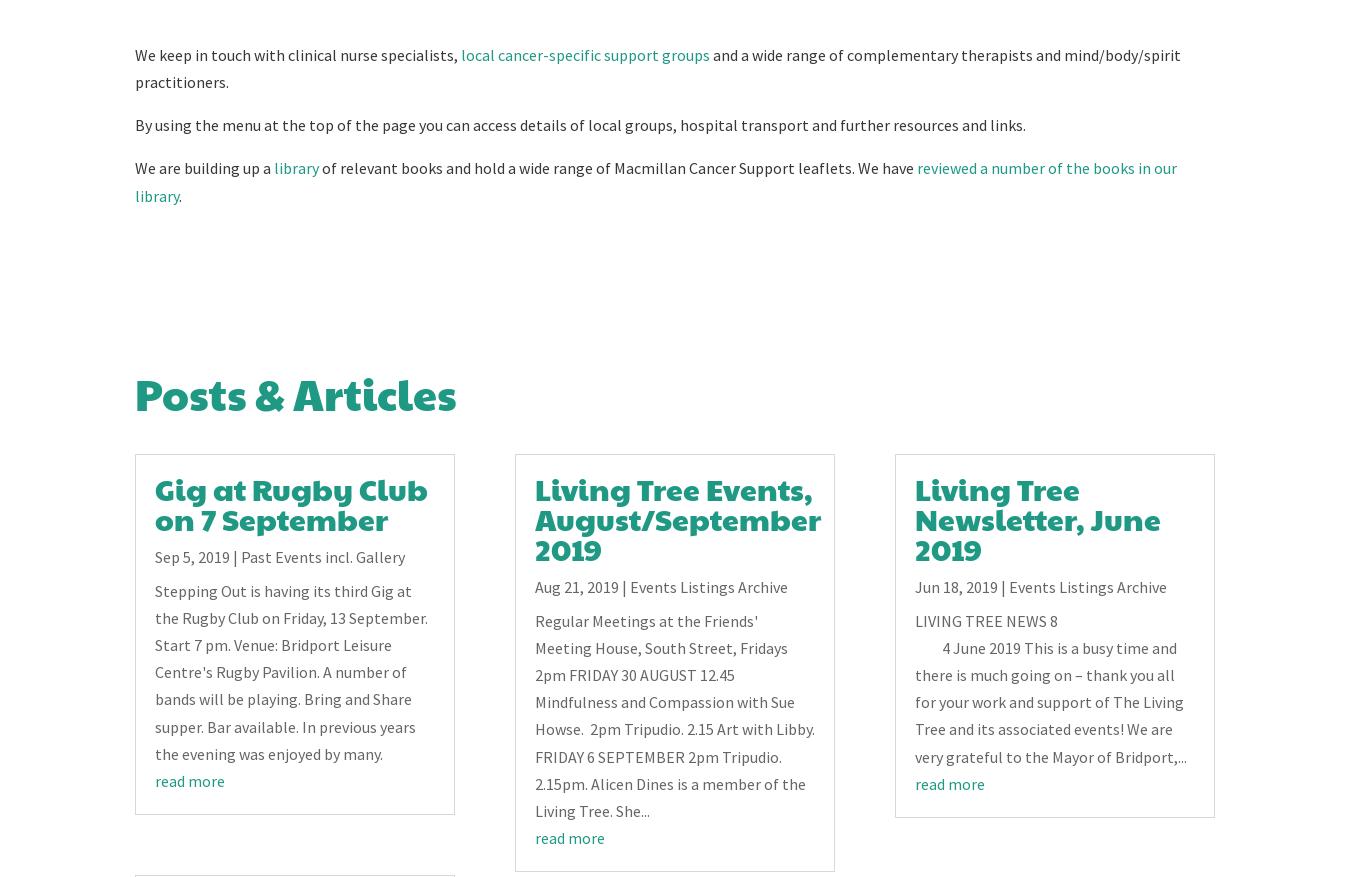 This screenshot has height=877, width=1350. What do you see at coordinates (135, 67) in the screenshot?
I see `'and a wide range of complementary therapists and mind/body/spirit practitioners.'` at bounding box center [135, 67].